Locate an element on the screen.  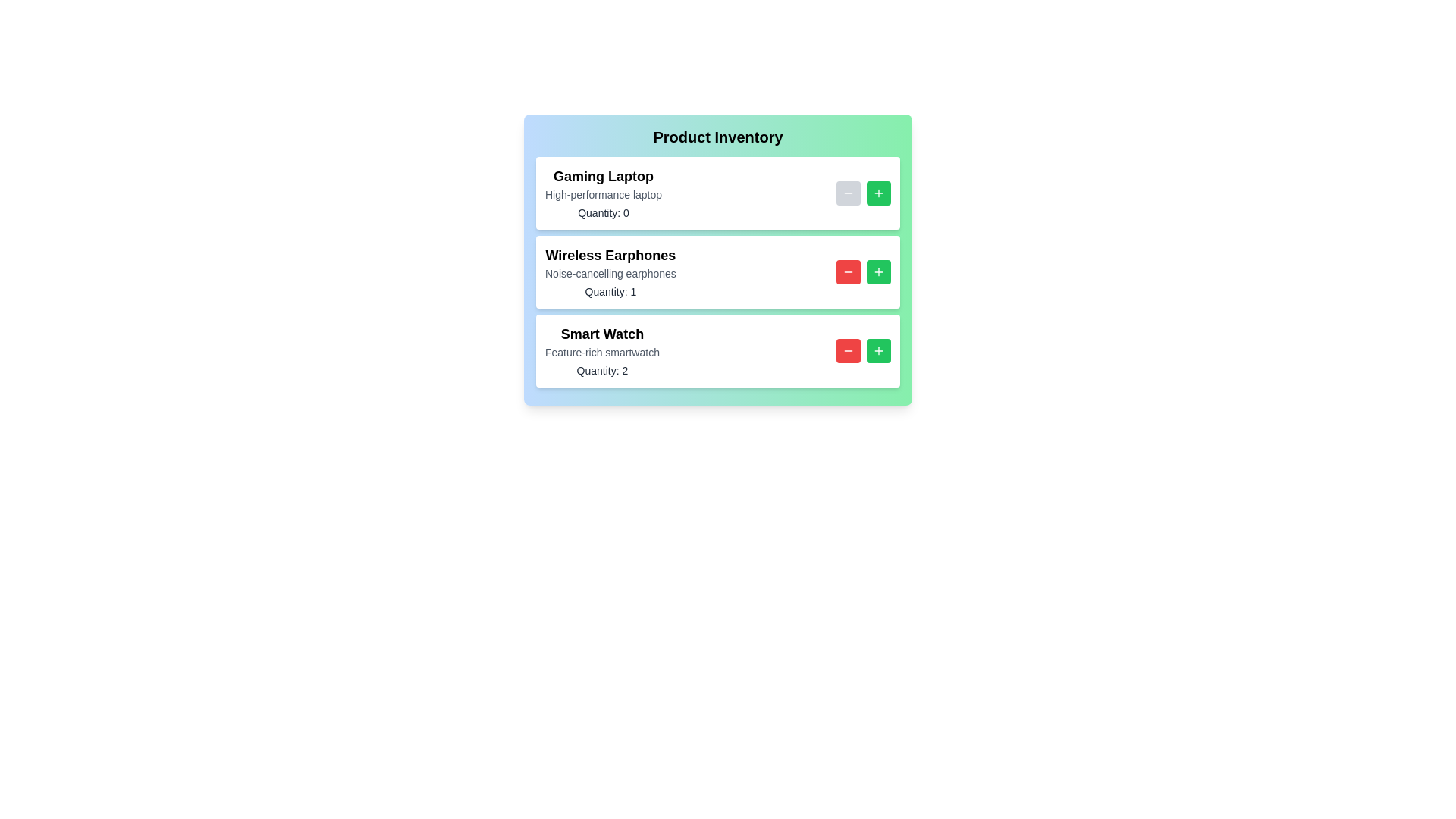
minus button for the product identified by Smart Watch is located at coordinates (847, 350).